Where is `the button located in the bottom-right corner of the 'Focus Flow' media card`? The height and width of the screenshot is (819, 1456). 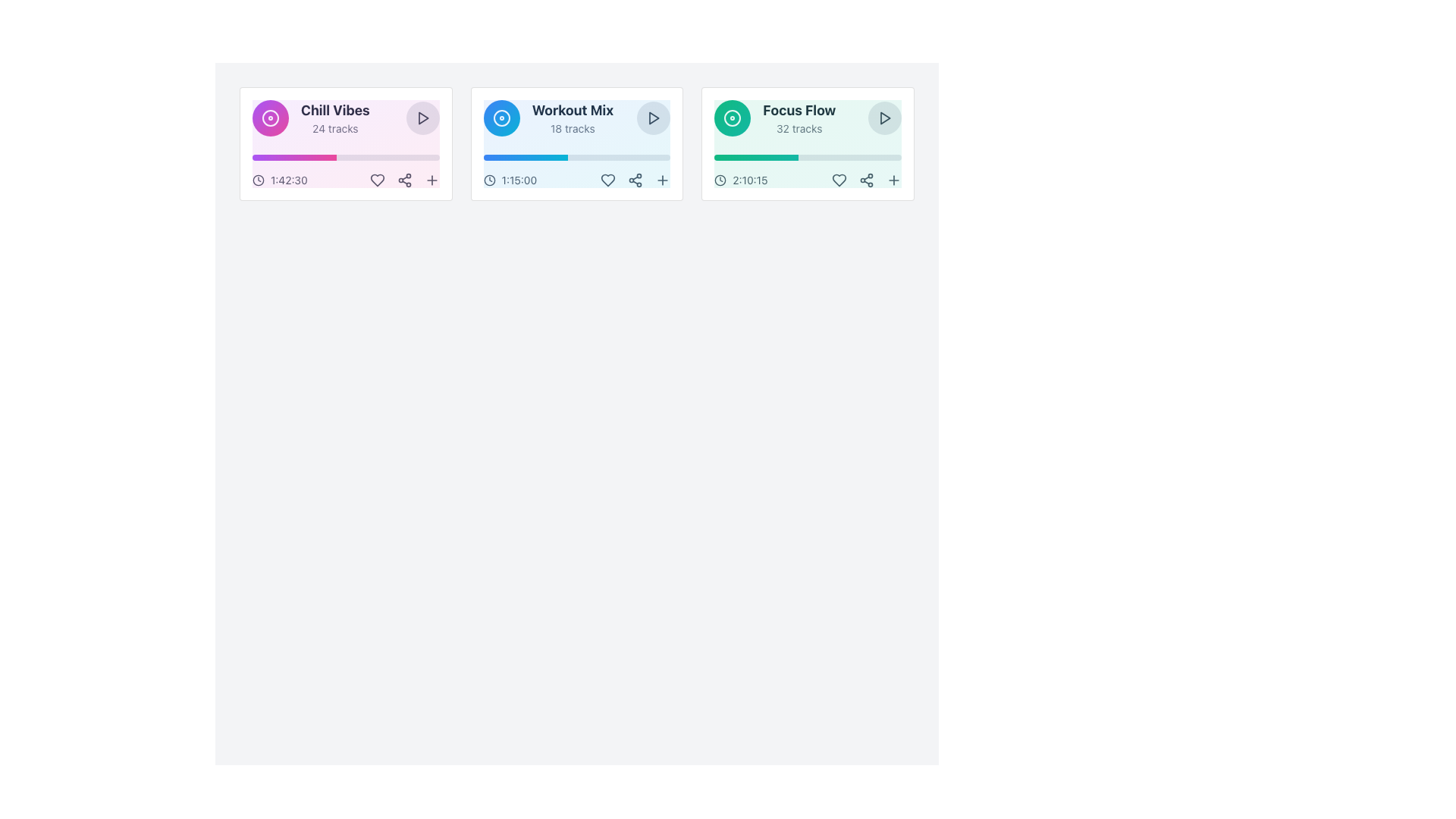
the button located in the bottom-right corner of the 'Focus Flow' media card is located at coordinates (839, 180).